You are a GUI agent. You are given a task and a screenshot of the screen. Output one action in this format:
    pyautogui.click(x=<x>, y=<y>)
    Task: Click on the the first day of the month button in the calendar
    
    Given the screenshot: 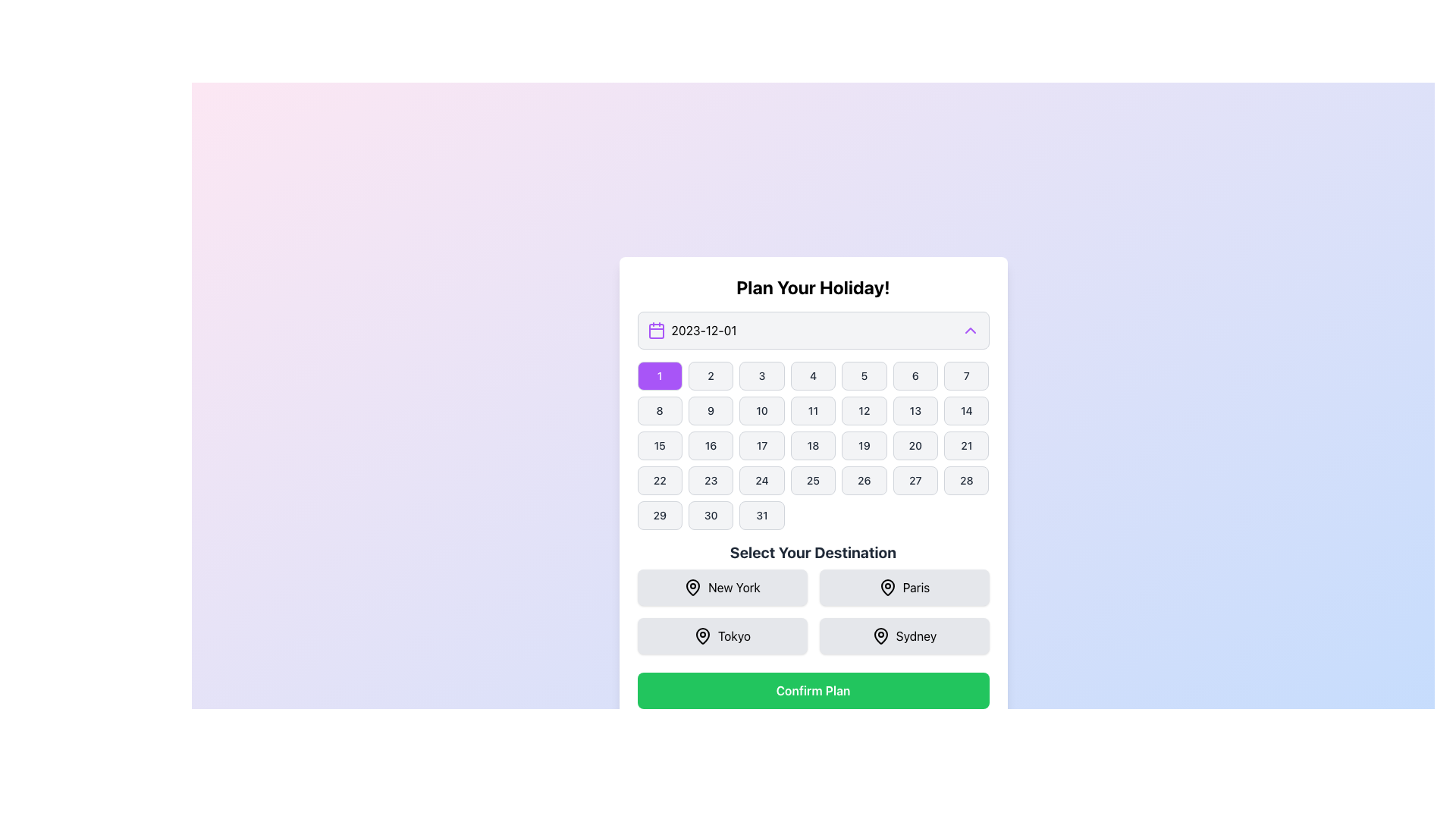 What is the action you would take?
    pyautogui.click(x=659, y=375)
    